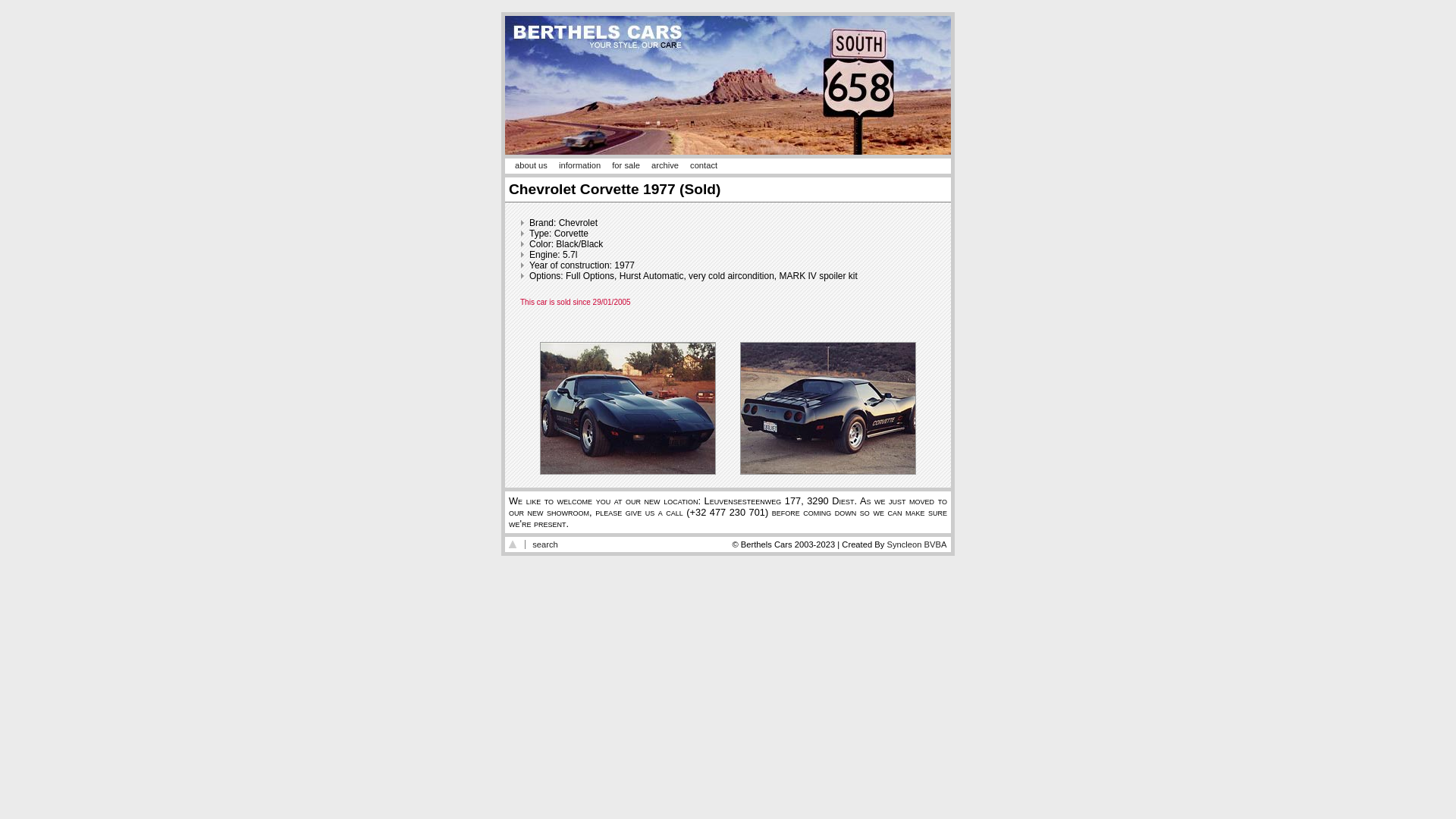 This screenshot has width=1456, height=819. Describe the element at coordinates (702, 165) in the screenshot. I see `'contact'` at that location.